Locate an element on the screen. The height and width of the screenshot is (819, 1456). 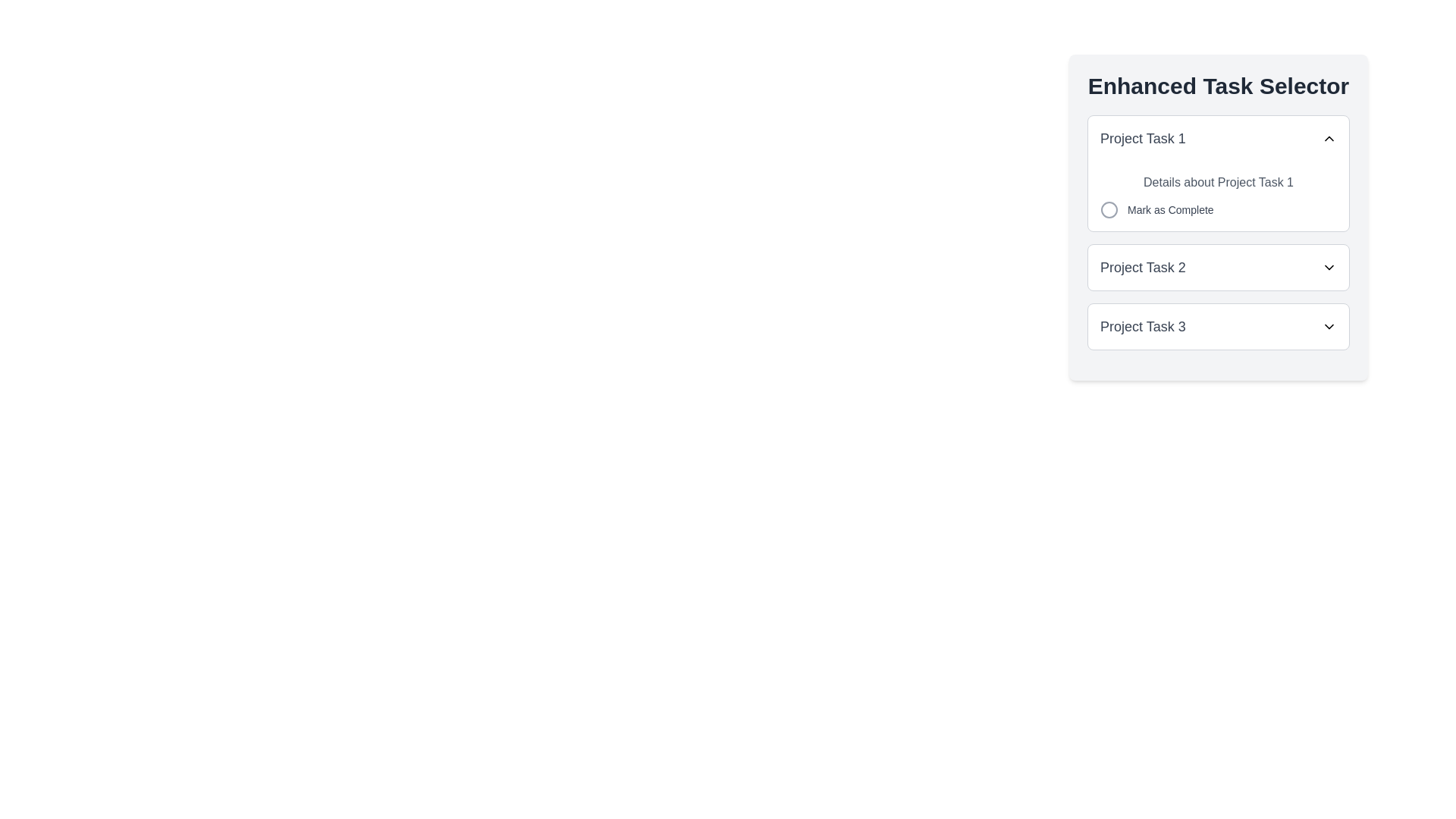
the downward chevron SVG icon located next to the text 'Project Task 2' is located at coordinates (1328, 267).